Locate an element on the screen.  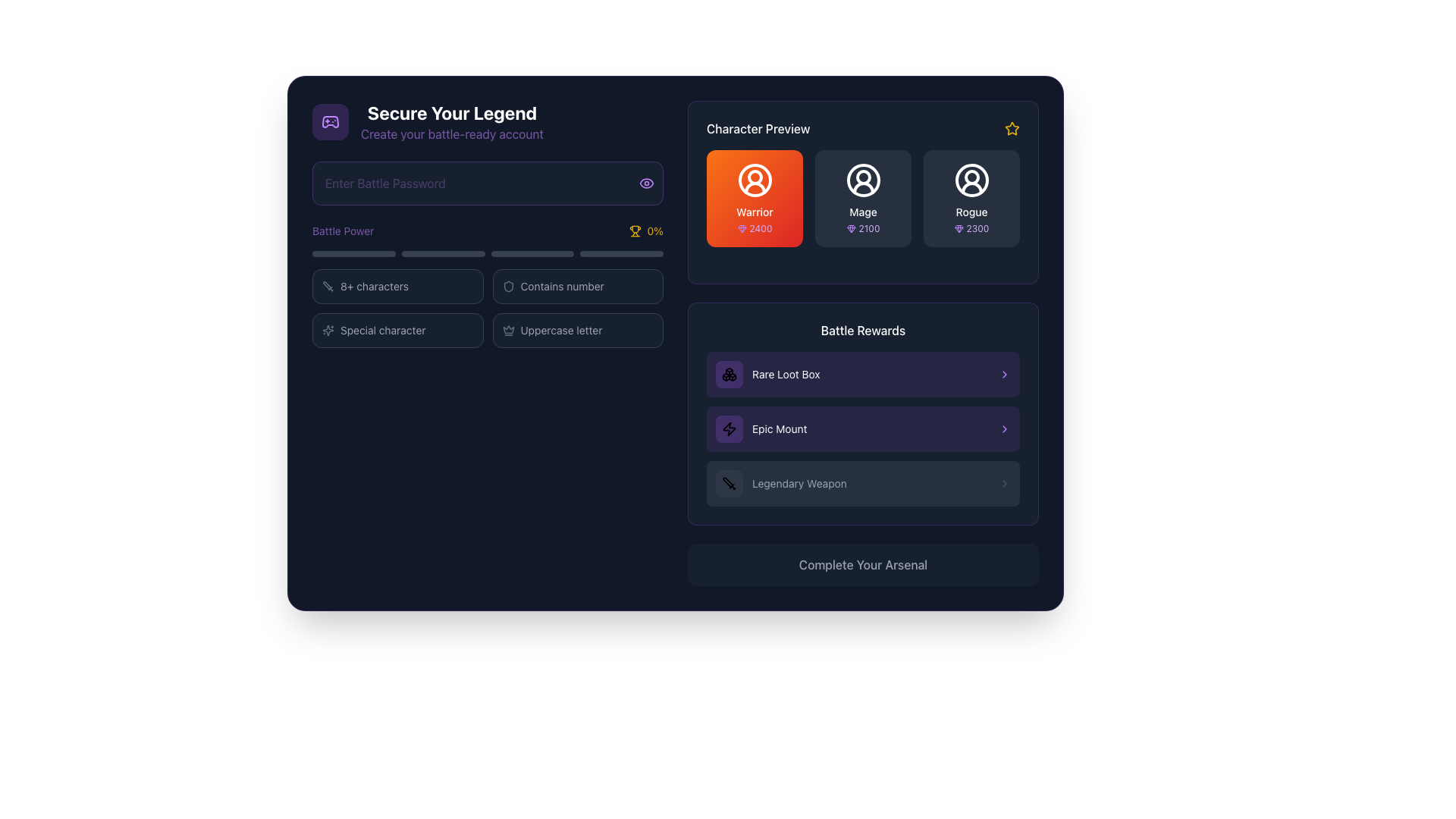
the indicator box that requires an uppercase letter in the password, located in the second row and second column of the grid, to the right of the 'Special character' box and below the 'Contains number' box is located at coordinates (577, 329).